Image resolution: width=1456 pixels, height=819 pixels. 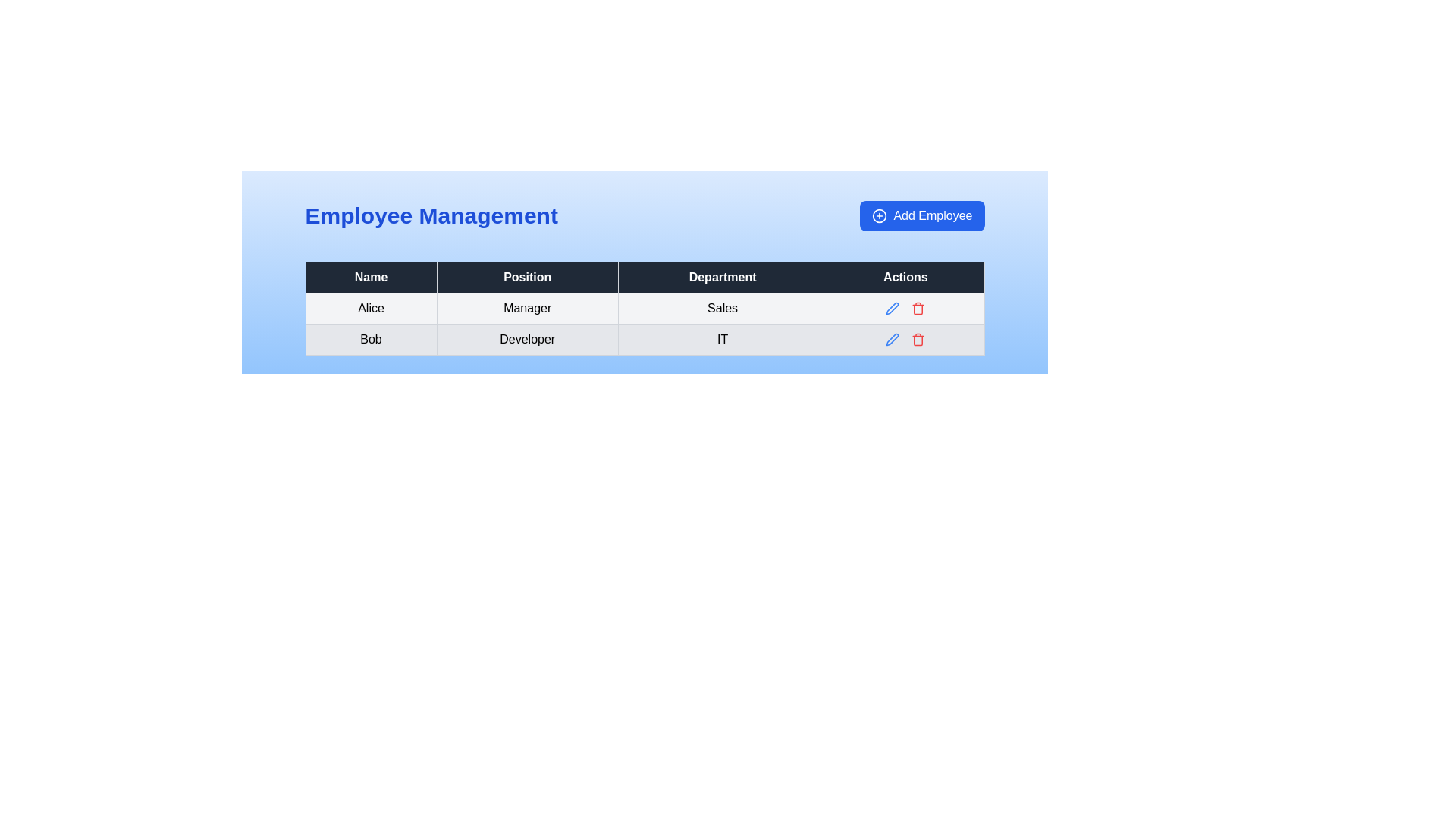 I want to click on the 'Actions' table header cell, which is the last column header in a table that includes 'Name', 'Position', and 'Department' columns, located at the top of the table, so click(x=905, y=278).